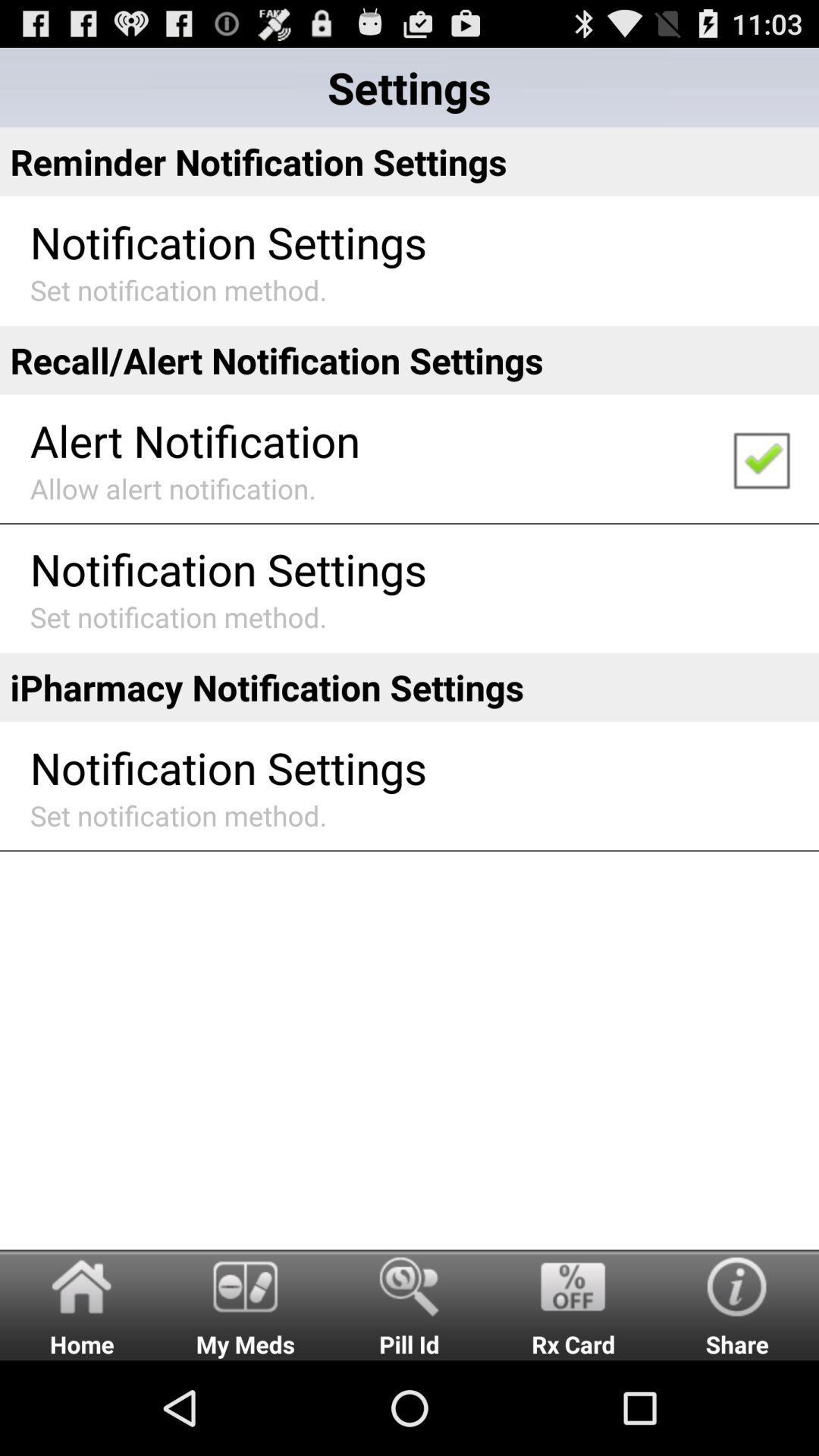 The width and height of the screenshot is (819, 1456). Describe the element at coordinates (409, 1304) in the screenshot. I see `the pill id radio button` at that location.